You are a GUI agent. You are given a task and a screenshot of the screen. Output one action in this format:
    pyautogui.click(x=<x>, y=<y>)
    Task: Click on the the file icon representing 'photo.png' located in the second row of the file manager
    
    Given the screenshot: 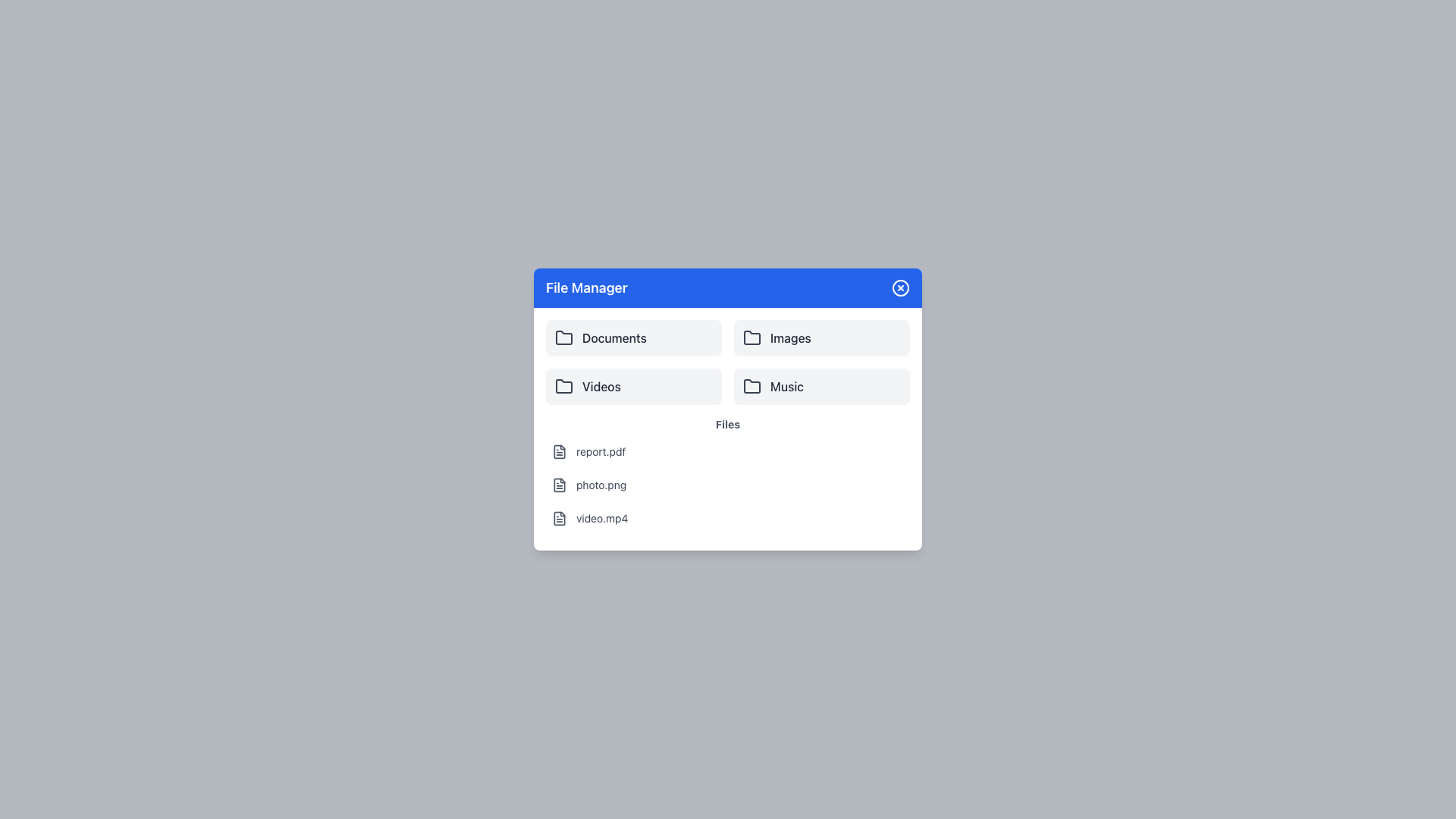 What is the action you would take?
    pyautogui.click(x=559, y=485)
    